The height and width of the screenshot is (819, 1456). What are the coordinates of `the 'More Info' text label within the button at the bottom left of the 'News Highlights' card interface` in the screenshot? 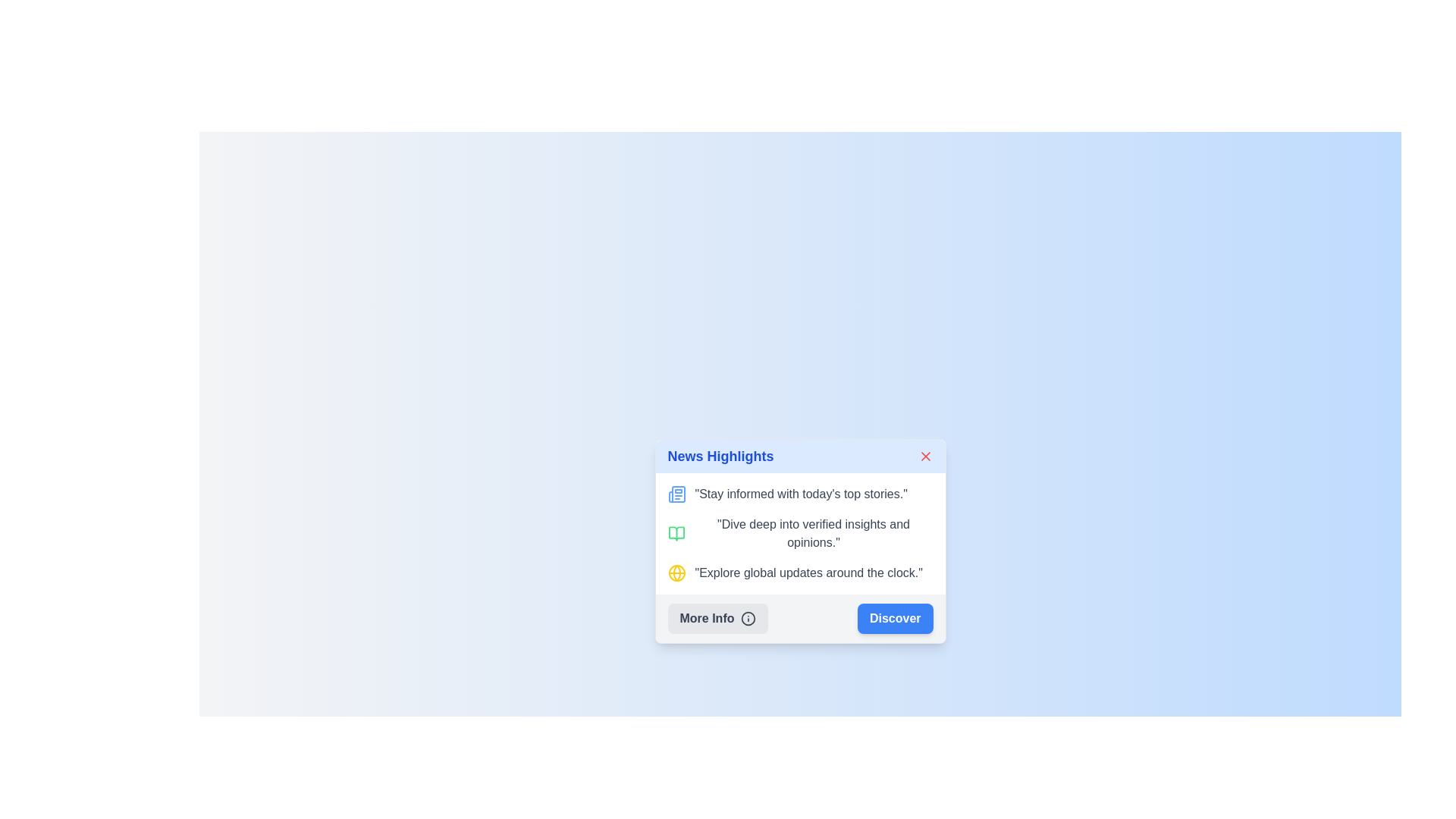 It's located at (706, 619).